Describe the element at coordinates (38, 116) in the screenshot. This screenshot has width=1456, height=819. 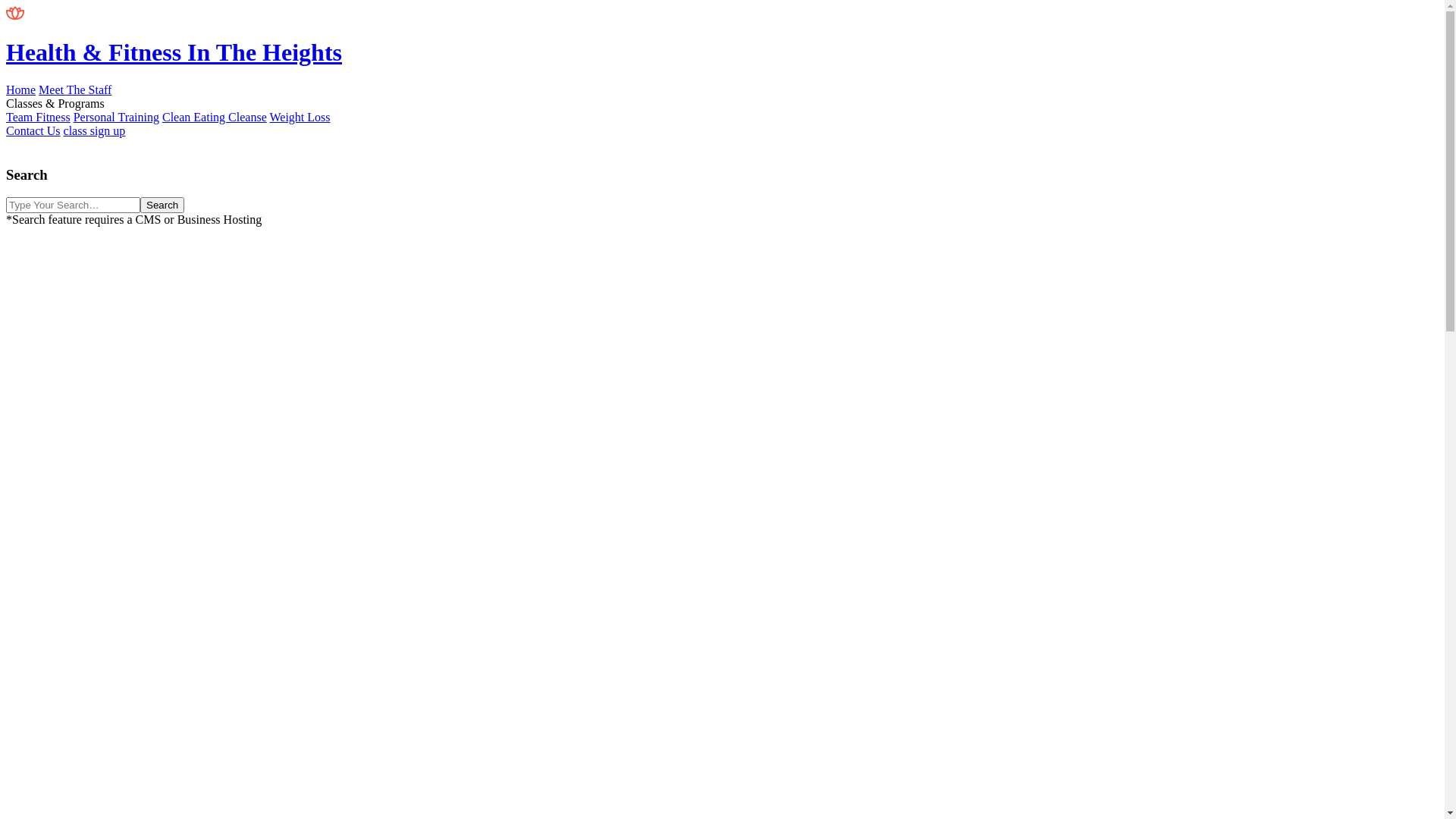
I see `'Team Fitness'` at that location.